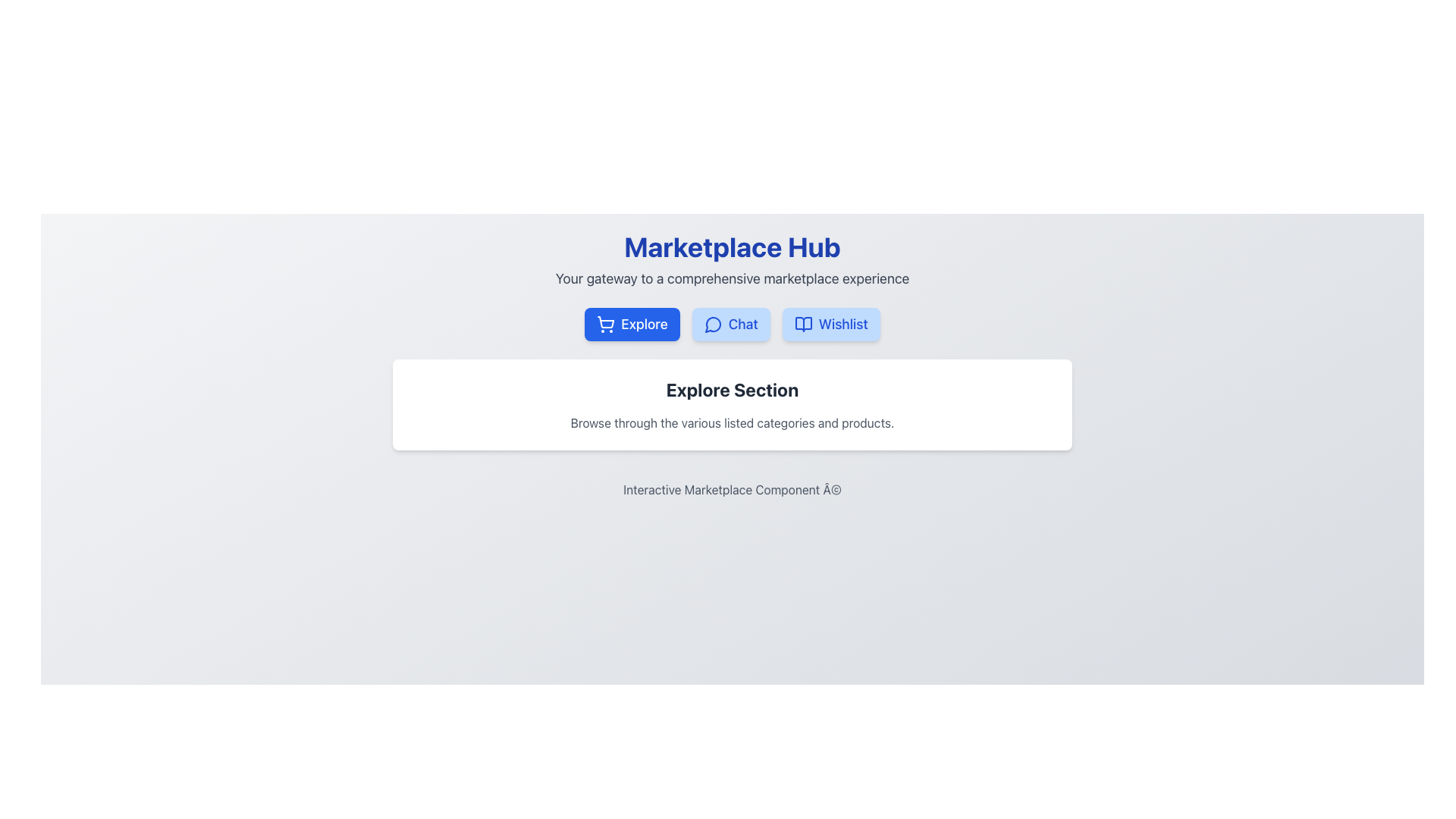  Describe the element at coordinates (712, 324) in the screenshot. I see `the circular speech bubble icon located within the blue 'Chat' button at the center top portion of the interface` at that location.